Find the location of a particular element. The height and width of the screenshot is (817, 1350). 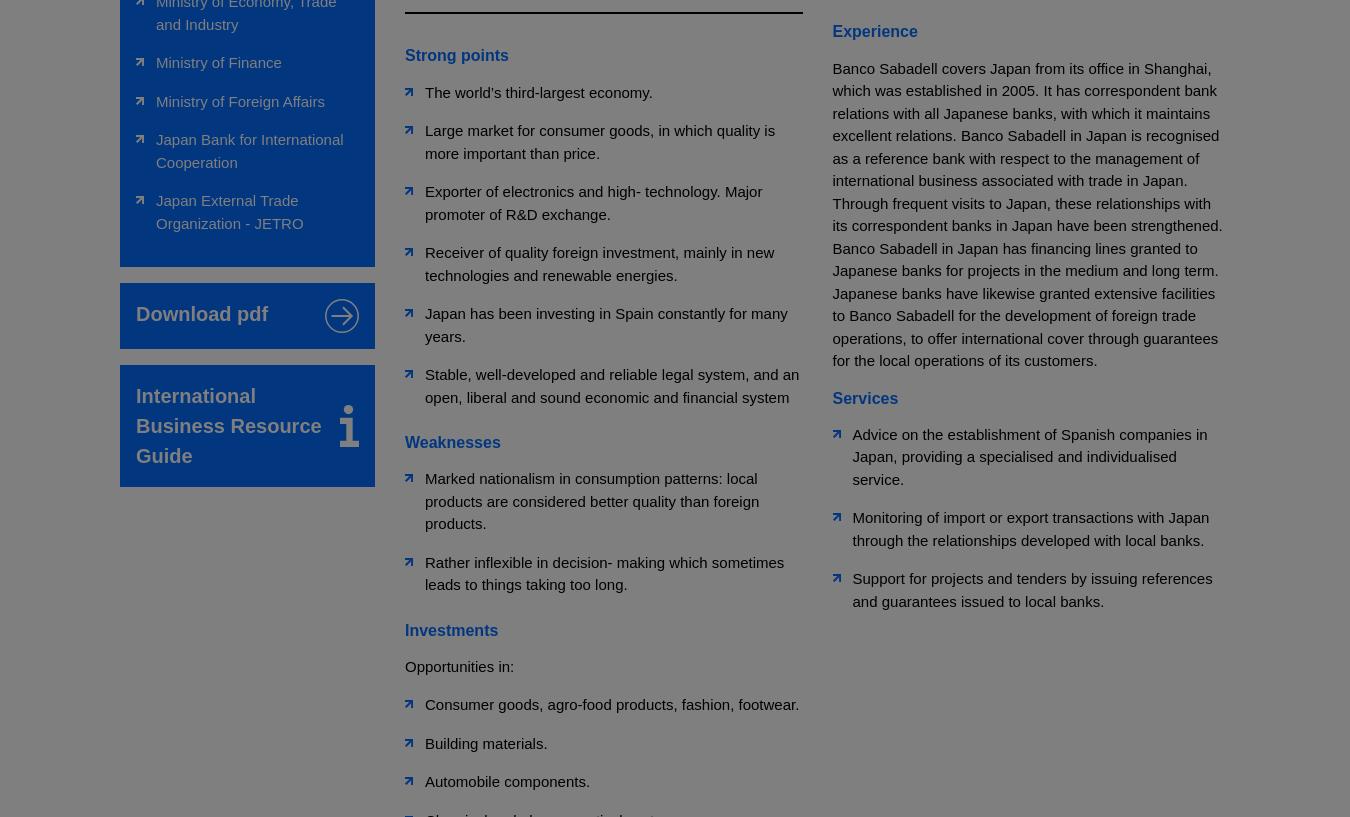

'Ministry of Foreign Affairs' is located at coordinates (239, 100).